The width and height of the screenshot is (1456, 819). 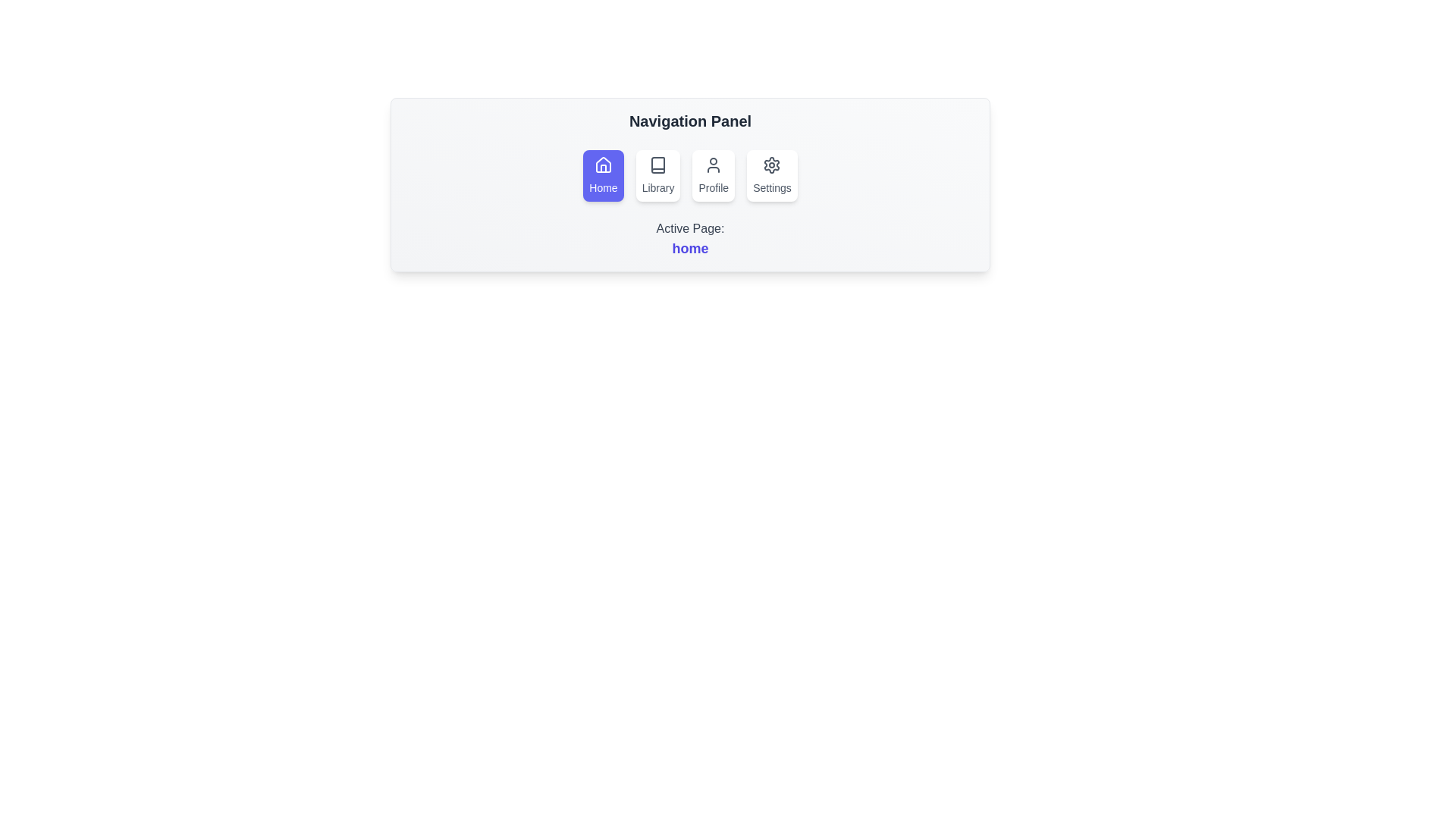 What do you see at coordinates (658, 174) in the screenshot?
I see `the 'Library' button, which is a vertically-aligned button with a book icon on top and gray text on a white background, positioned as the second button in a horizontal menu` at bounding box center [658, 174].